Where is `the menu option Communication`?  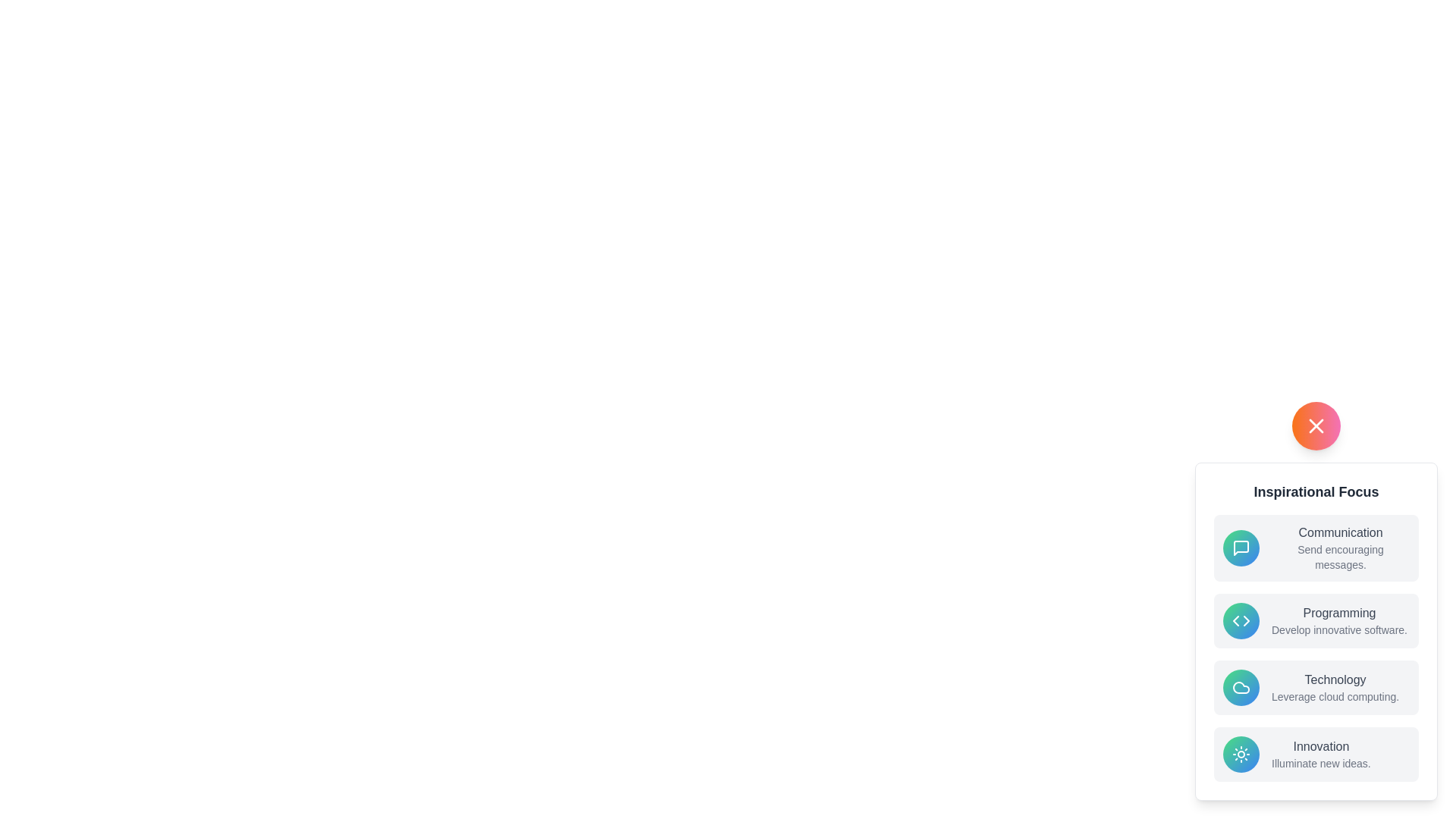 the menu option Communication is located at coordinates (1316, 548).